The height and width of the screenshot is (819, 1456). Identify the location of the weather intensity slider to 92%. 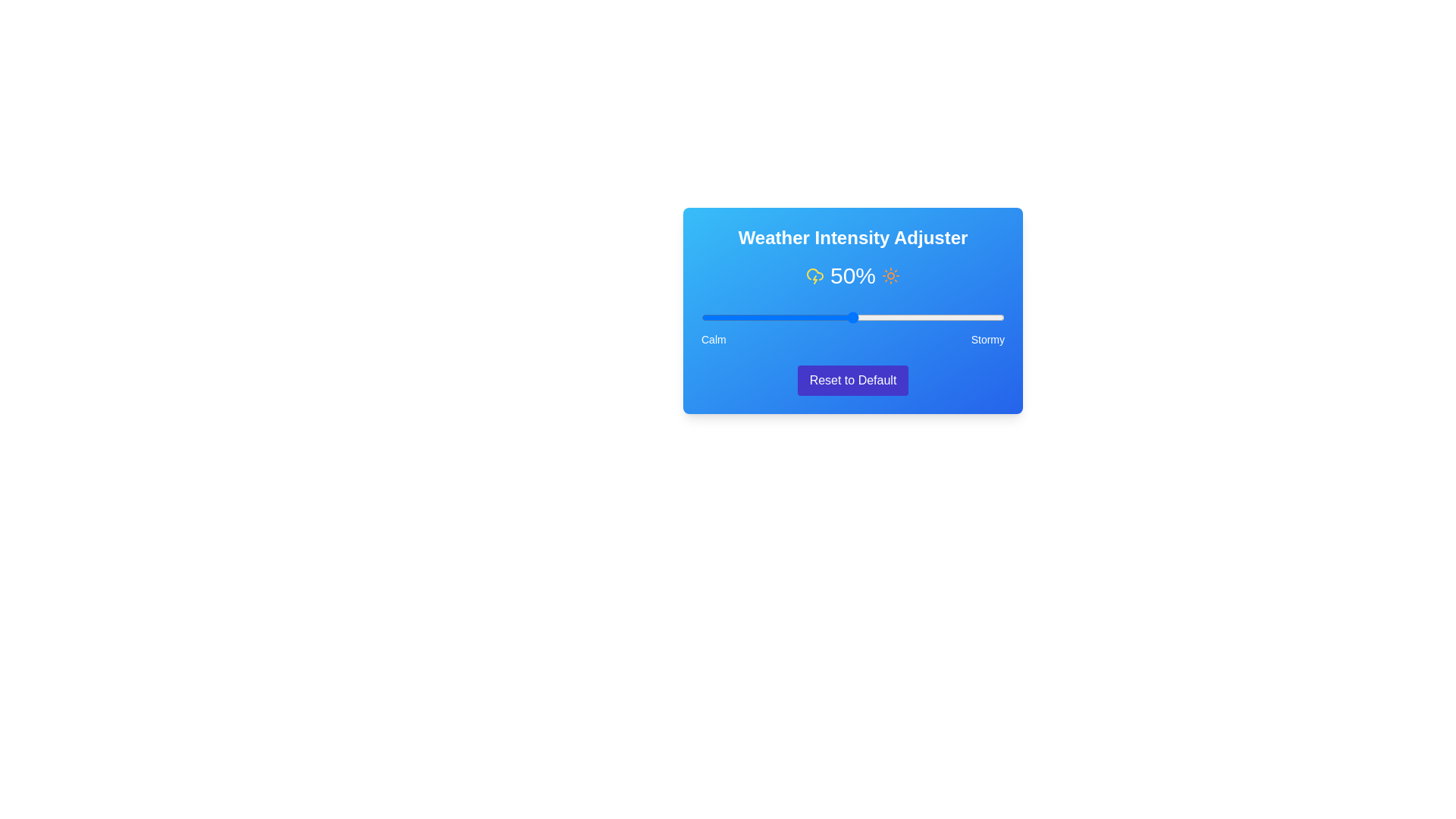
(980, 317).